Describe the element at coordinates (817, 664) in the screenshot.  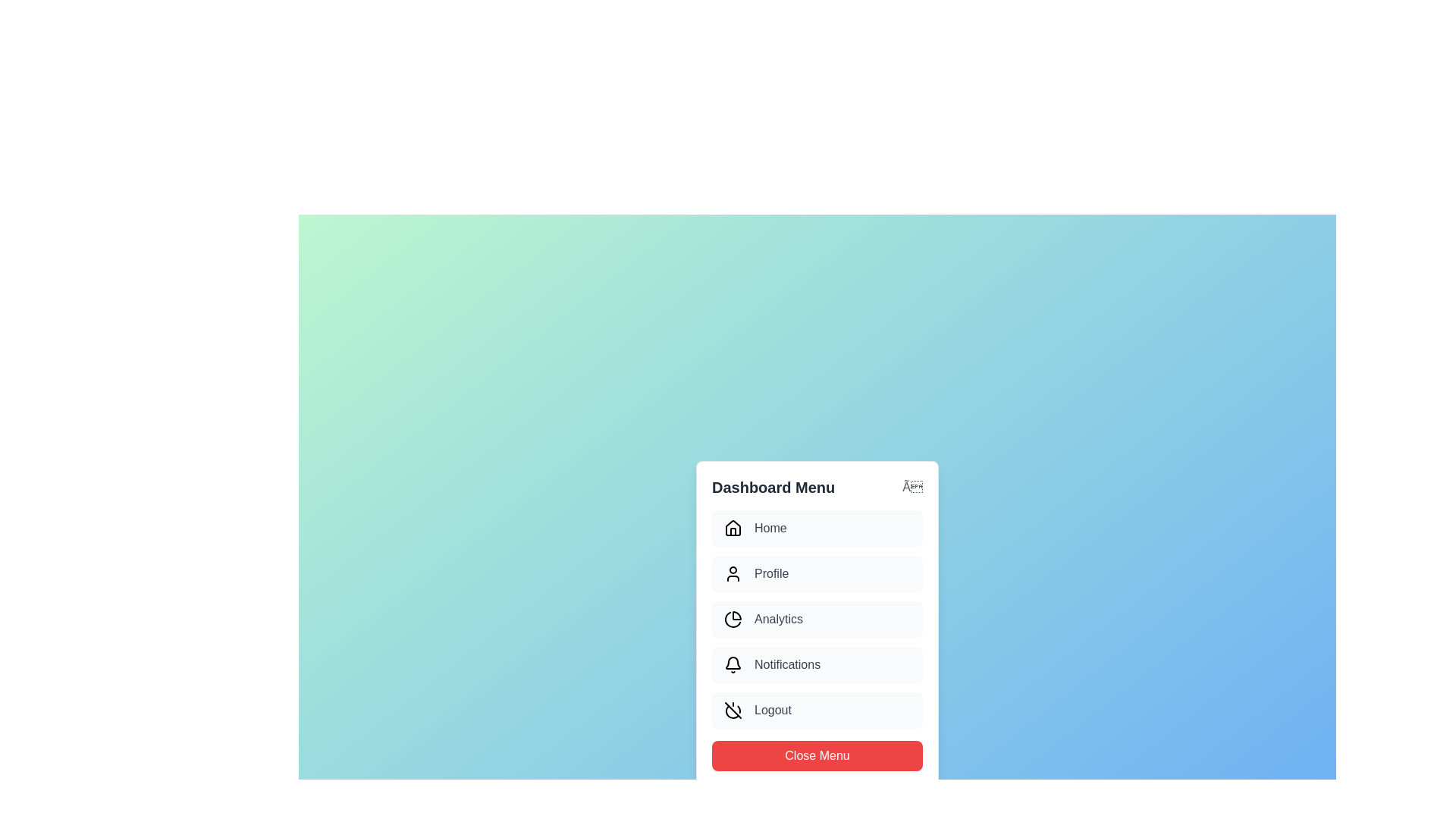
I see `the menu item labeled Notifications to inspect its icon and text label` at that location.